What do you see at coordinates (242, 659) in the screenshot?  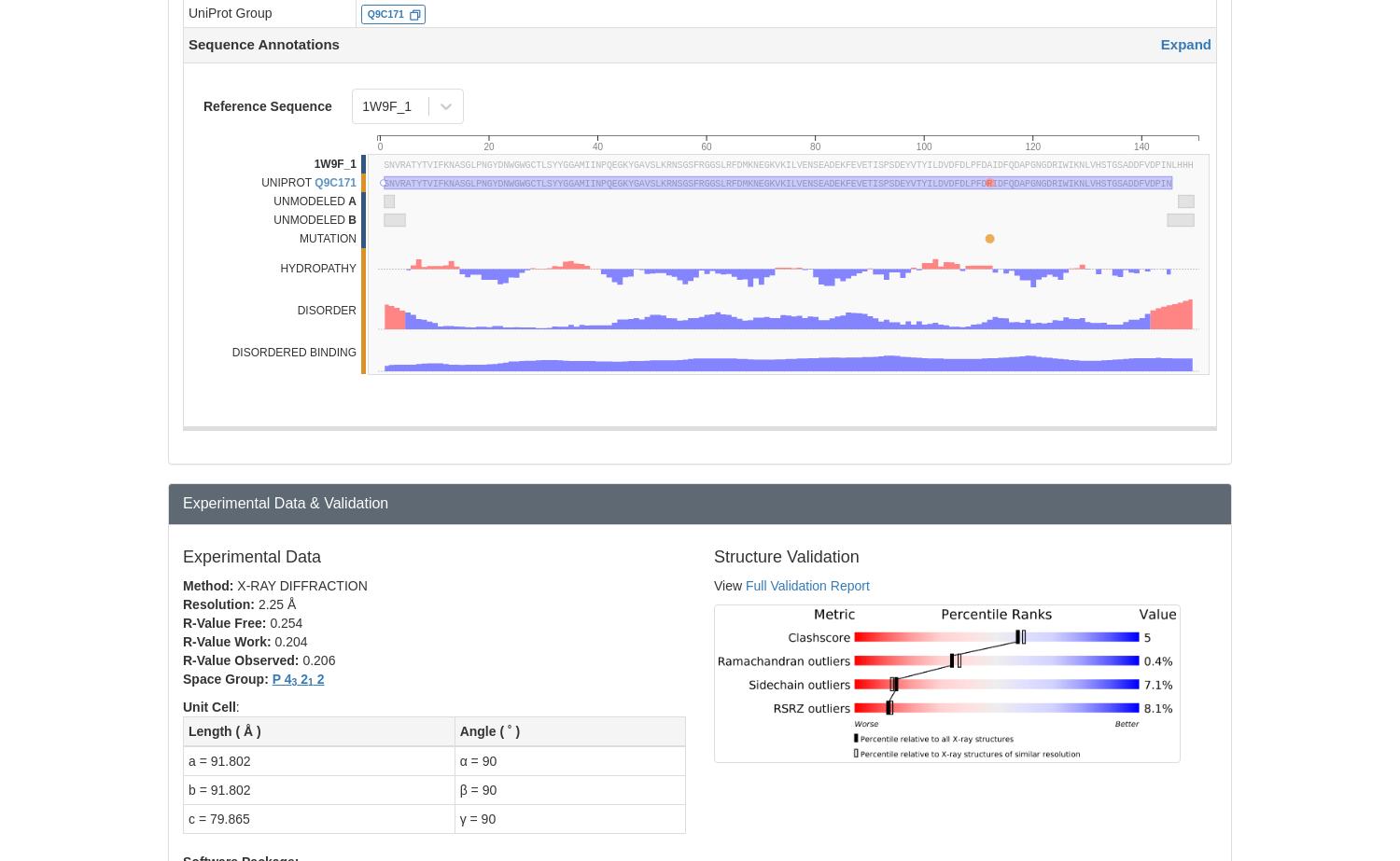 I see `'R-Value Observed:'` at bounding box center [242, 659].